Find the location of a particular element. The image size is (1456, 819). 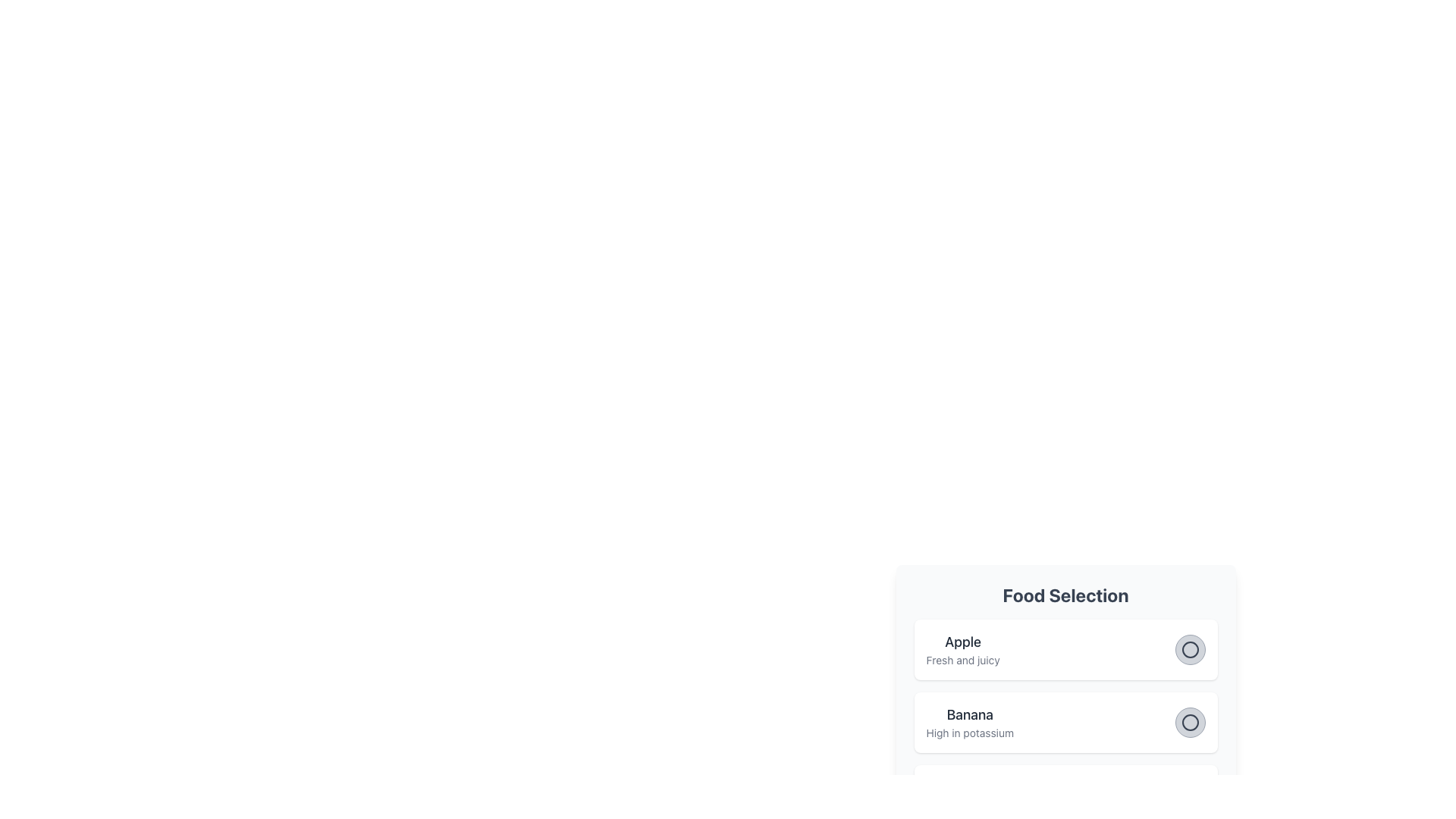

the Text Display element that shows 'Apple' with a description 'Fresh and juicy', located under the 'Food Selection' title is located at coordinates (962, 648).